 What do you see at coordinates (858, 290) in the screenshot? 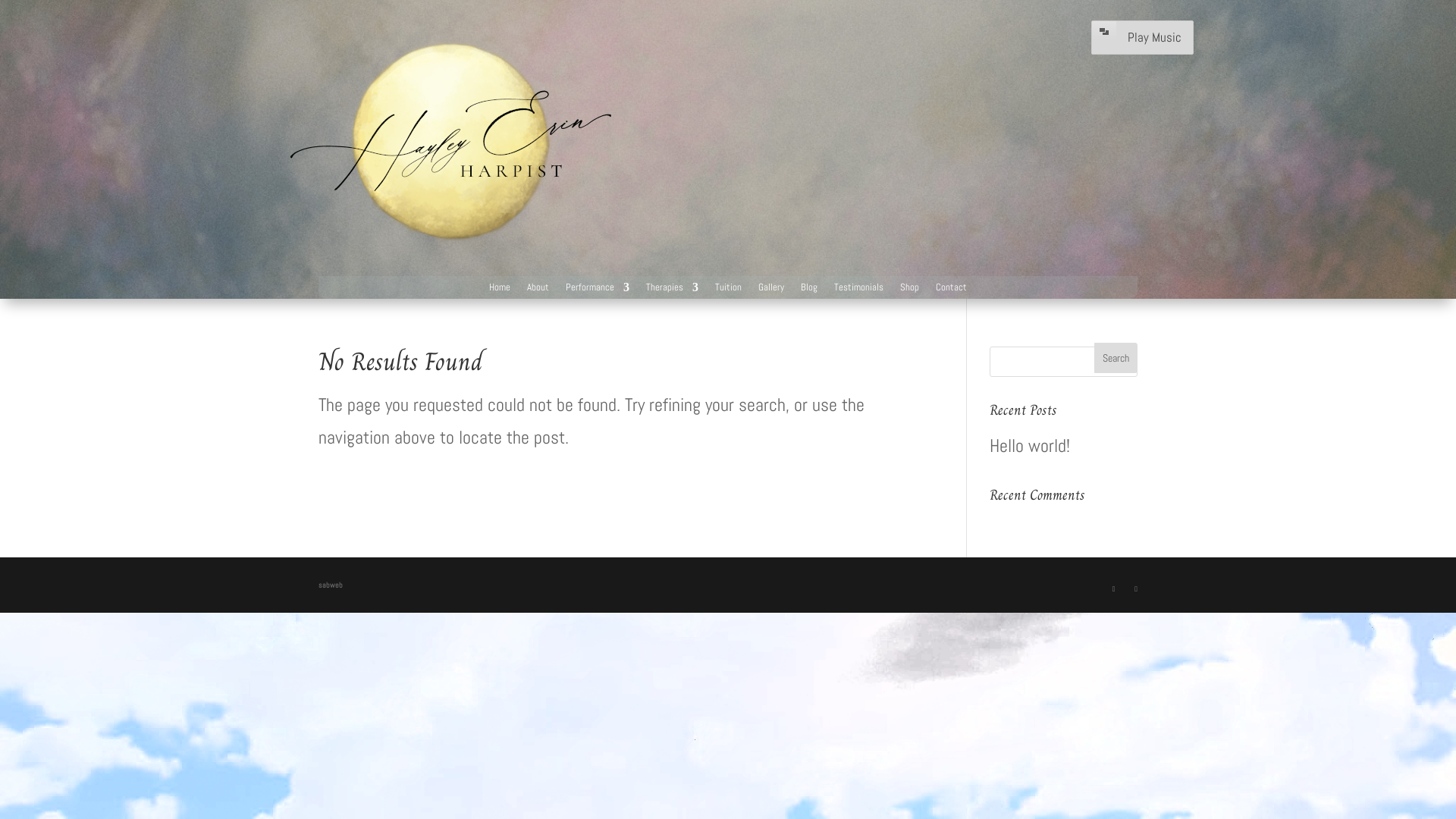
I see `'Testimonials'` at bounding box center [858, 290].